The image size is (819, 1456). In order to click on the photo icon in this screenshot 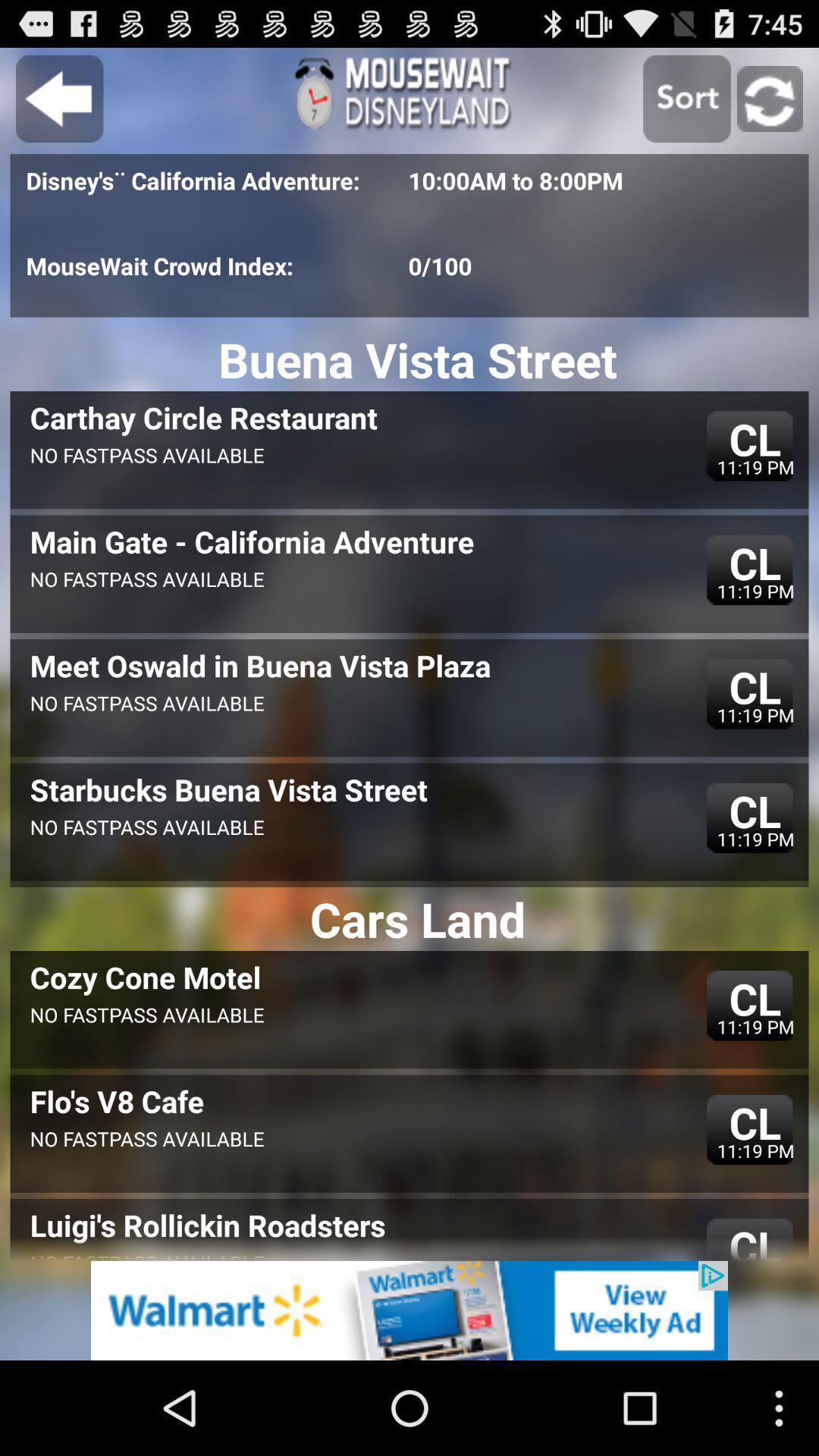, I will do `click(687, 105)`.